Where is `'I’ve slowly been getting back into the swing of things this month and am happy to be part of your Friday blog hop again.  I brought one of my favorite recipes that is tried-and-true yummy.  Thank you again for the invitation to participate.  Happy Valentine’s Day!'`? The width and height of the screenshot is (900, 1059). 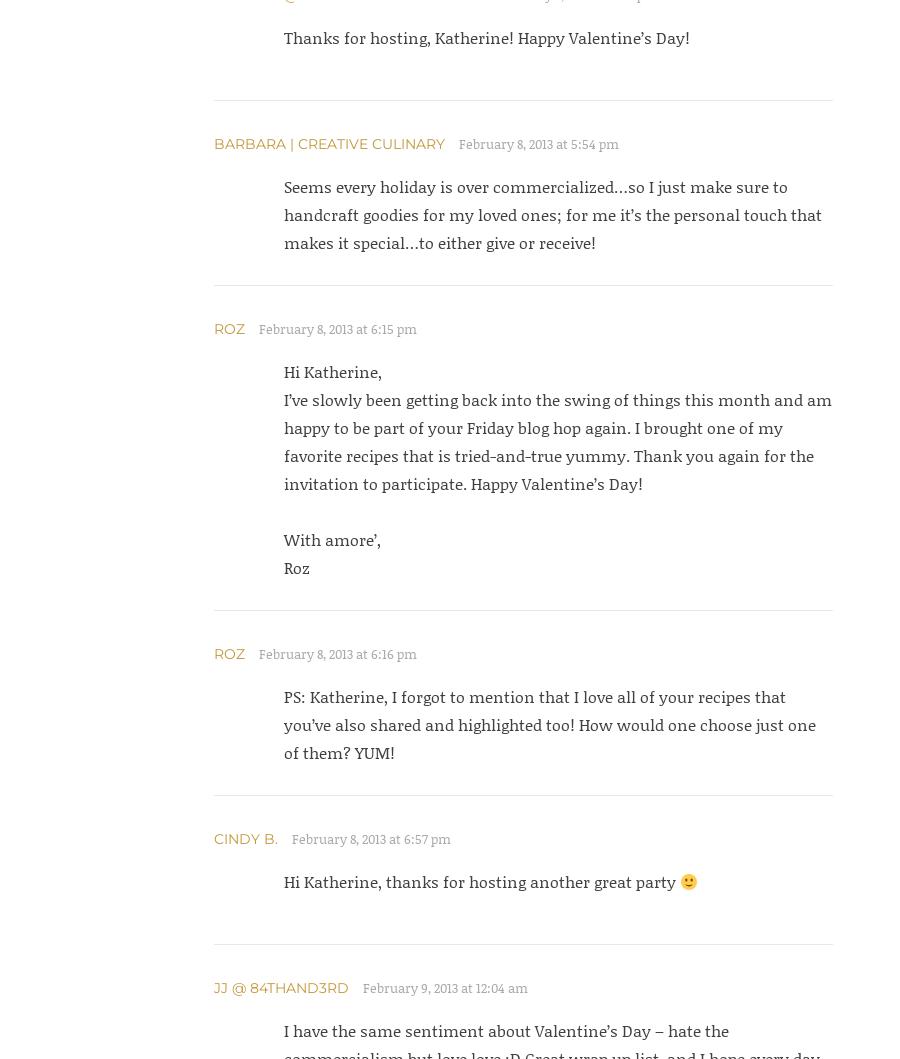
'I’ve slowly been getting back into the swing of things this month and am happy to be part of your Friday blog hop again.  I brought one of my favorite recipes that is tried-and-true yummy.  Thank you again for the invitation to participate.  Happy Valentine’s Day!' is located at coordinates (556, 441).